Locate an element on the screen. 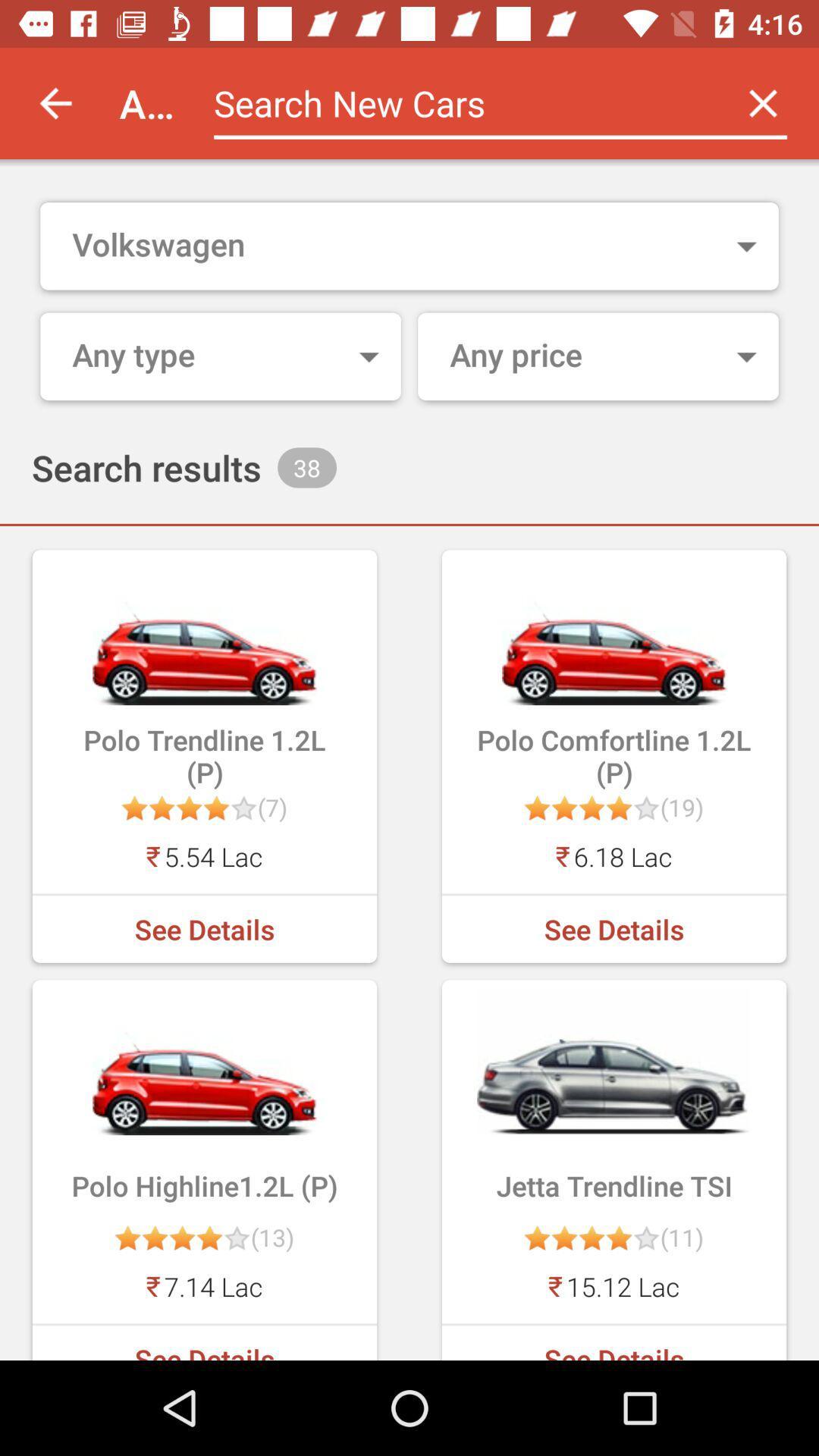  search phrase is located at coordinates (460, 102).